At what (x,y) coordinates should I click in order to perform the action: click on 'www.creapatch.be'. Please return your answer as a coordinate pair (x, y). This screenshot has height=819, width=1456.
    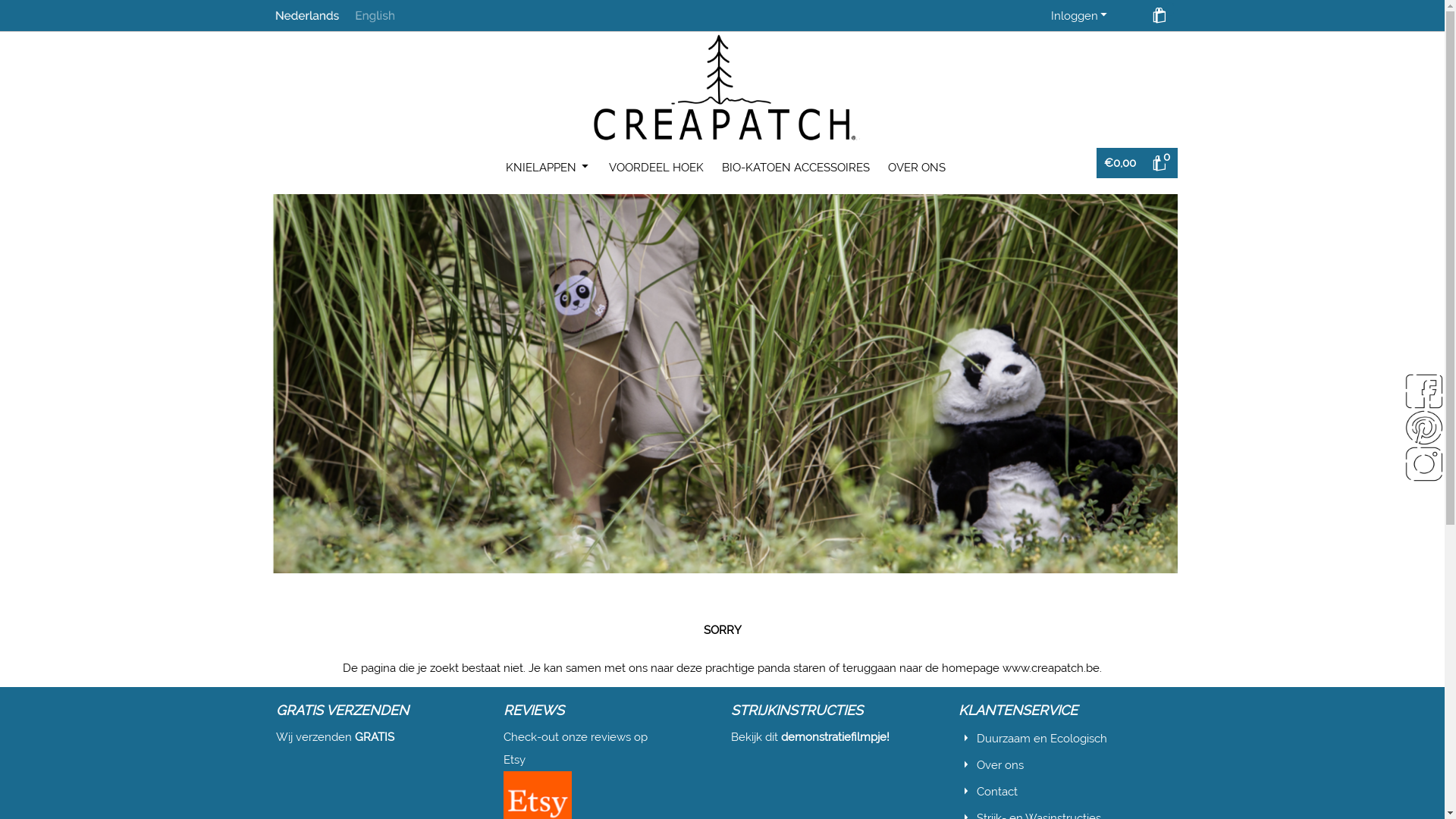
    Looking at the image, I should click on (1050, 667).